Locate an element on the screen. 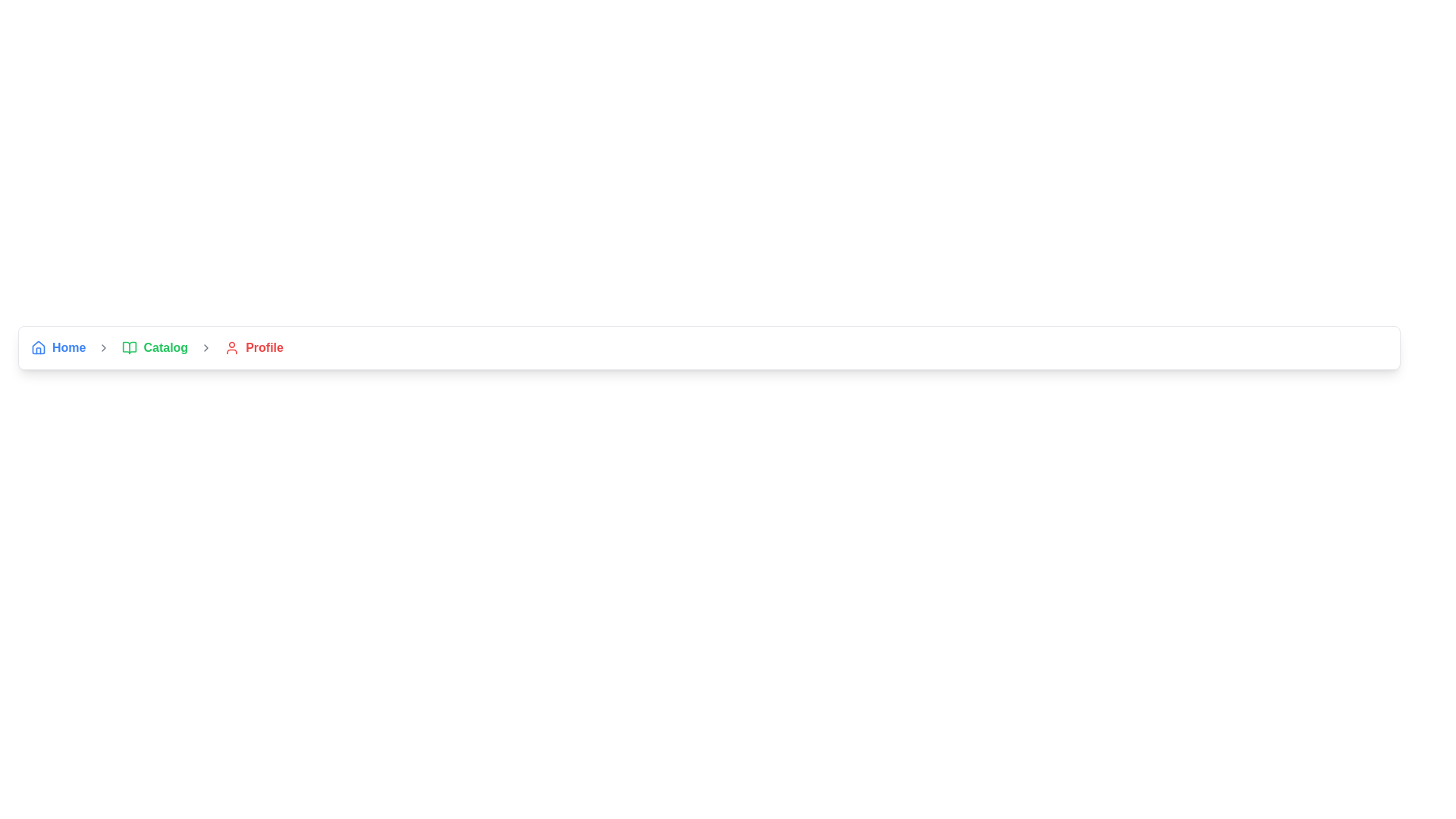  the 'Catalog' icon in the navigation bar, which is the leftmost component in the group that includes the 'Catalog' text is located at coordinates (130, 348).